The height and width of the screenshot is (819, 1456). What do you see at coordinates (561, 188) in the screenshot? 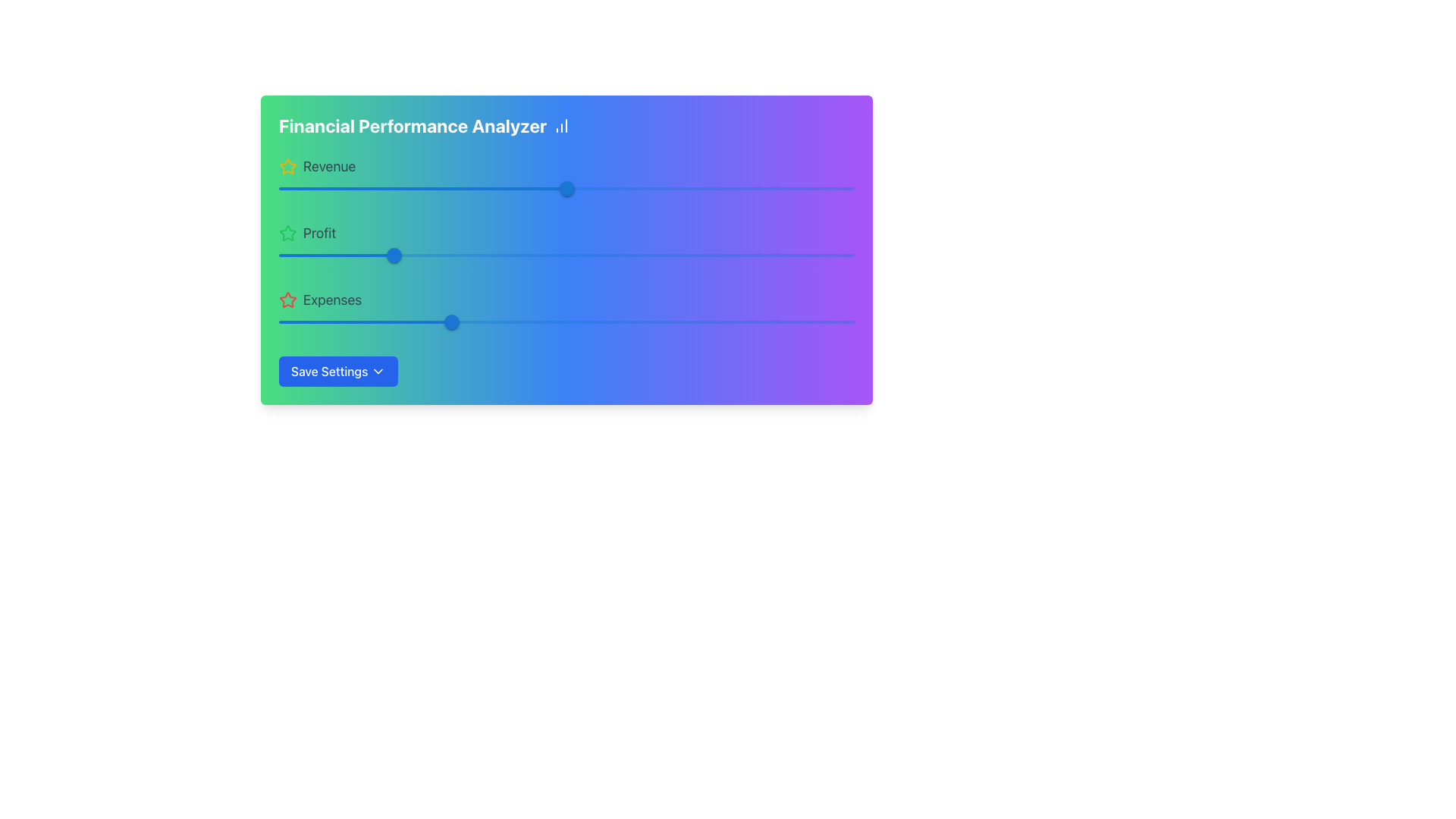
I see `the slider value` at bounding box center [561, 188].